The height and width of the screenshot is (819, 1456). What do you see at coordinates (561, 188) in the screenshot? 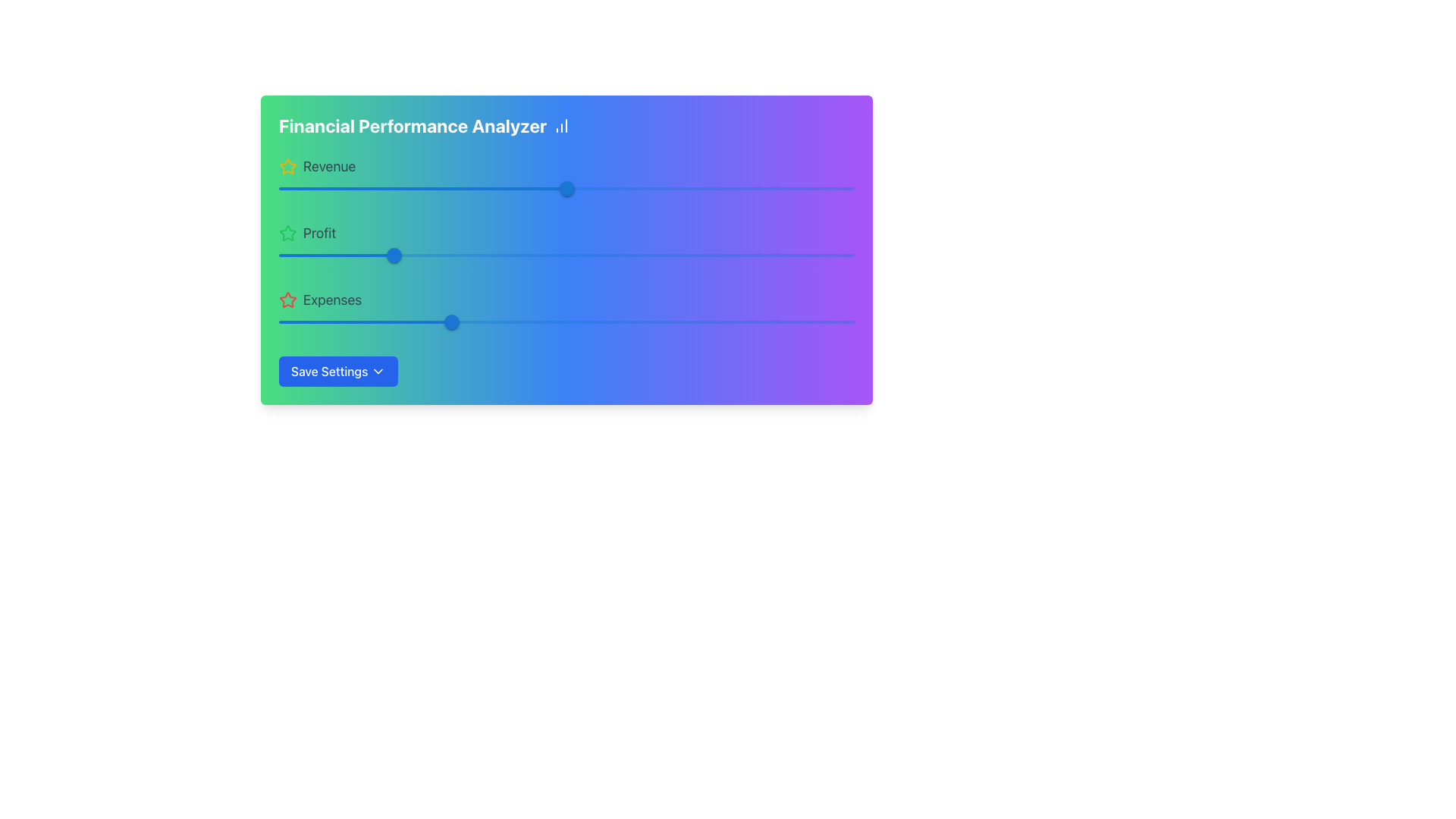
I see `the slider value` at bounding box center [561, 188].